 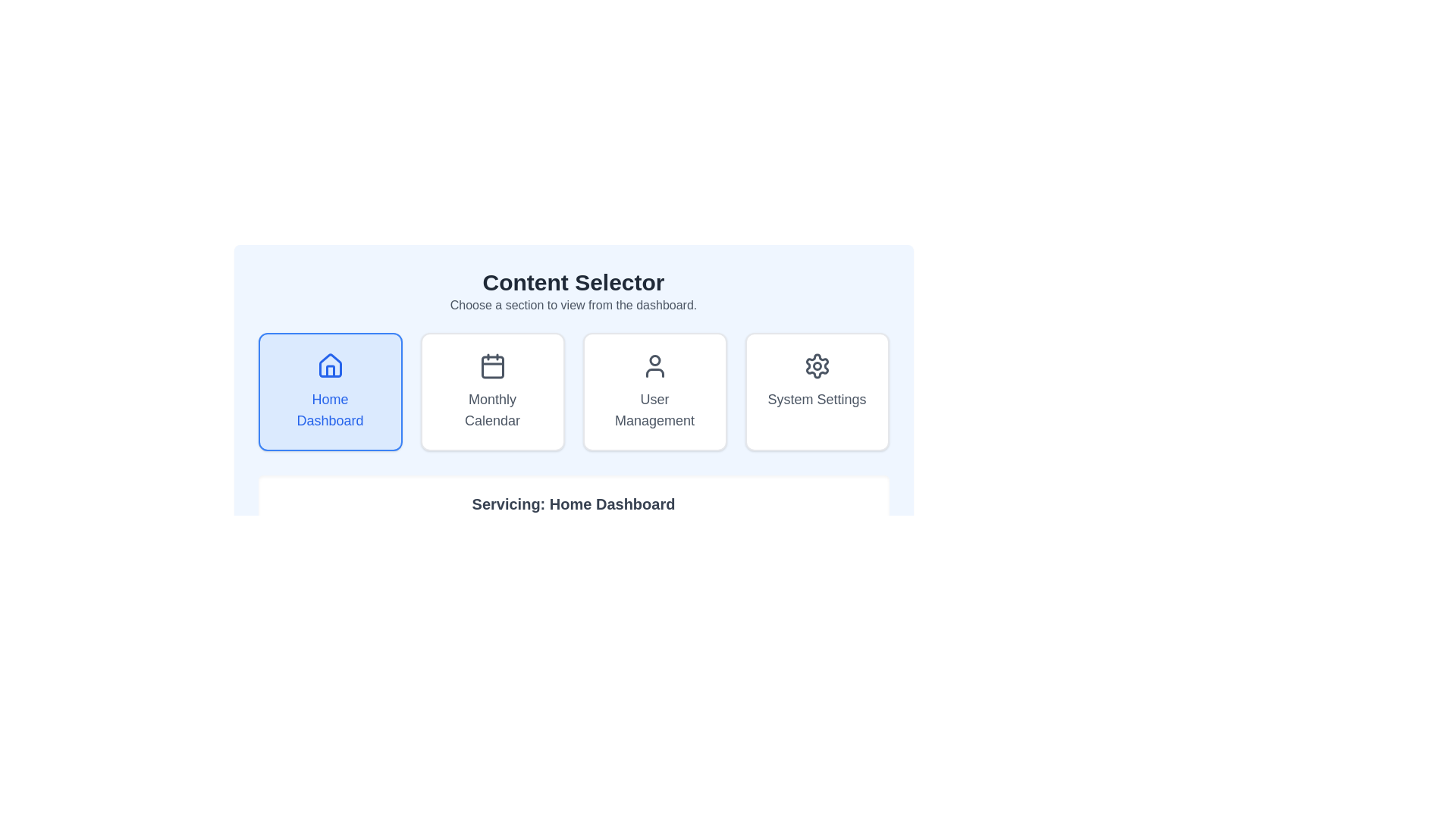 What do you see at coordinates (329, 366) in the screenshot?
I see `the 'Home Dashboard' icon, which is visually positioned at the top of the 'Home Dashboard' card and acts as a recognizable symbol for navigation` at bounding box center [329, 366].